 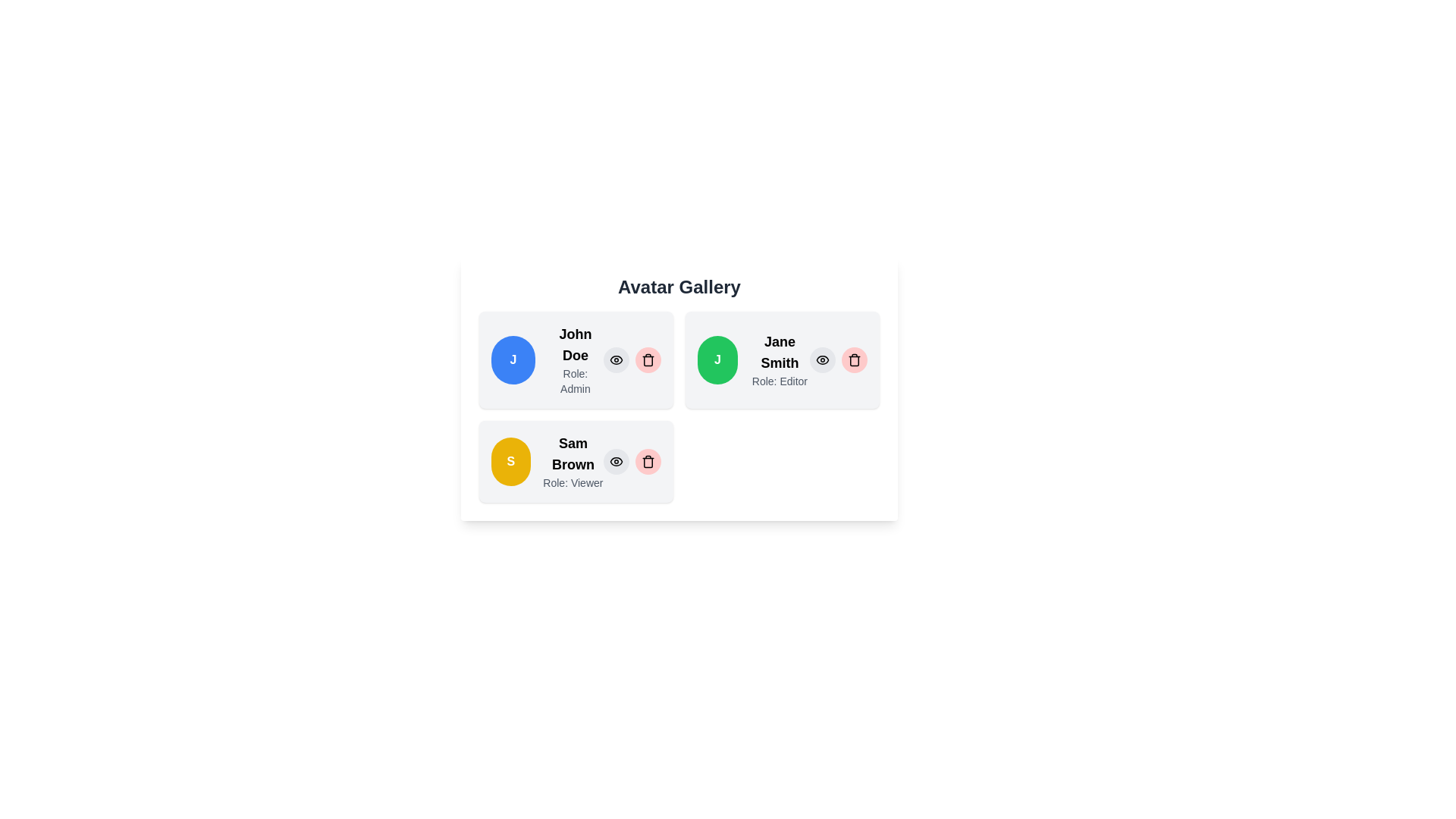 I want to click on the circular red button with a trashcan icon, located at the top-right of the card for user 'Jane Smith', positioned to the right of the eye icon button, so click(x=855, y=359).